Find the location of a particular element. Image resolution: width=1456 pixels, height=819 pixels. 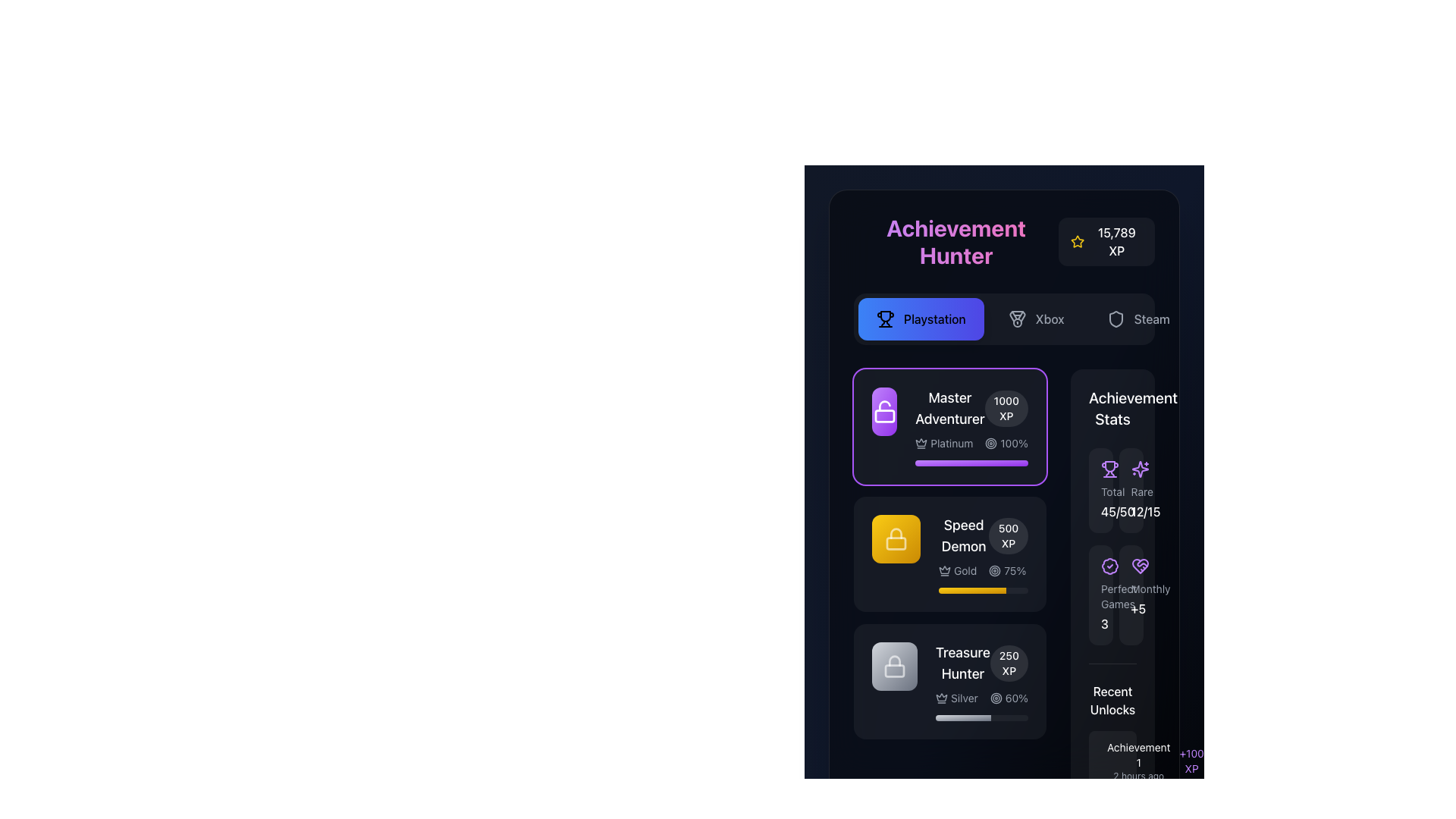

the static display label with a crown icon and the text 'Platinum' located within the 'Master Adventurer' card is located at coordinates (943, 444).